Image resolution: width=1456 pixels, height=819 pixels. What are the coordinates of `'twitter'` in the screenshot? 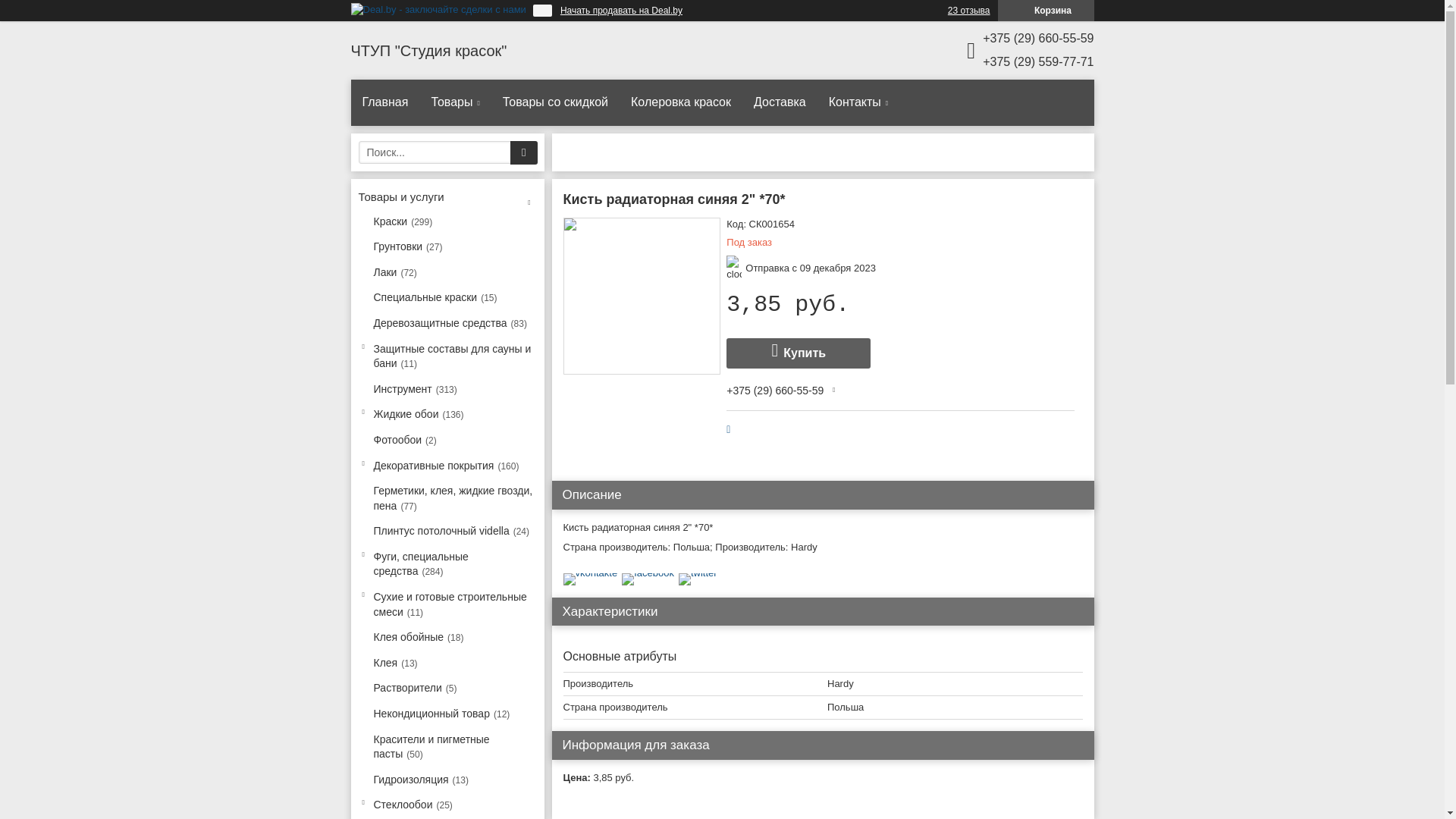 It's located at (697, 573).